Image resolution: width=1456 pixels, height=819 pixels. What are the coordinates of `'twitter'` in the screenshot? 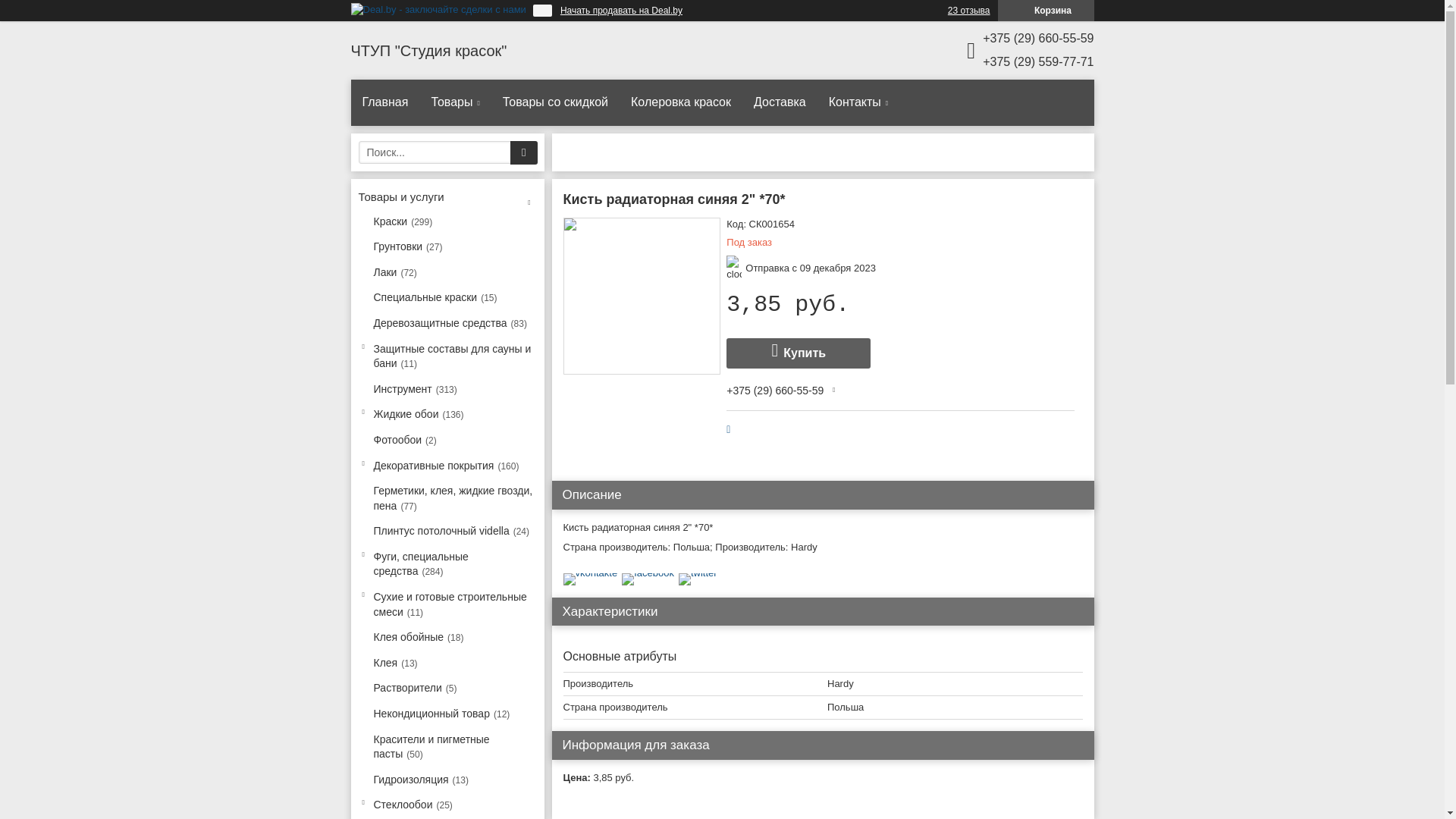 It's located at (697, 573).